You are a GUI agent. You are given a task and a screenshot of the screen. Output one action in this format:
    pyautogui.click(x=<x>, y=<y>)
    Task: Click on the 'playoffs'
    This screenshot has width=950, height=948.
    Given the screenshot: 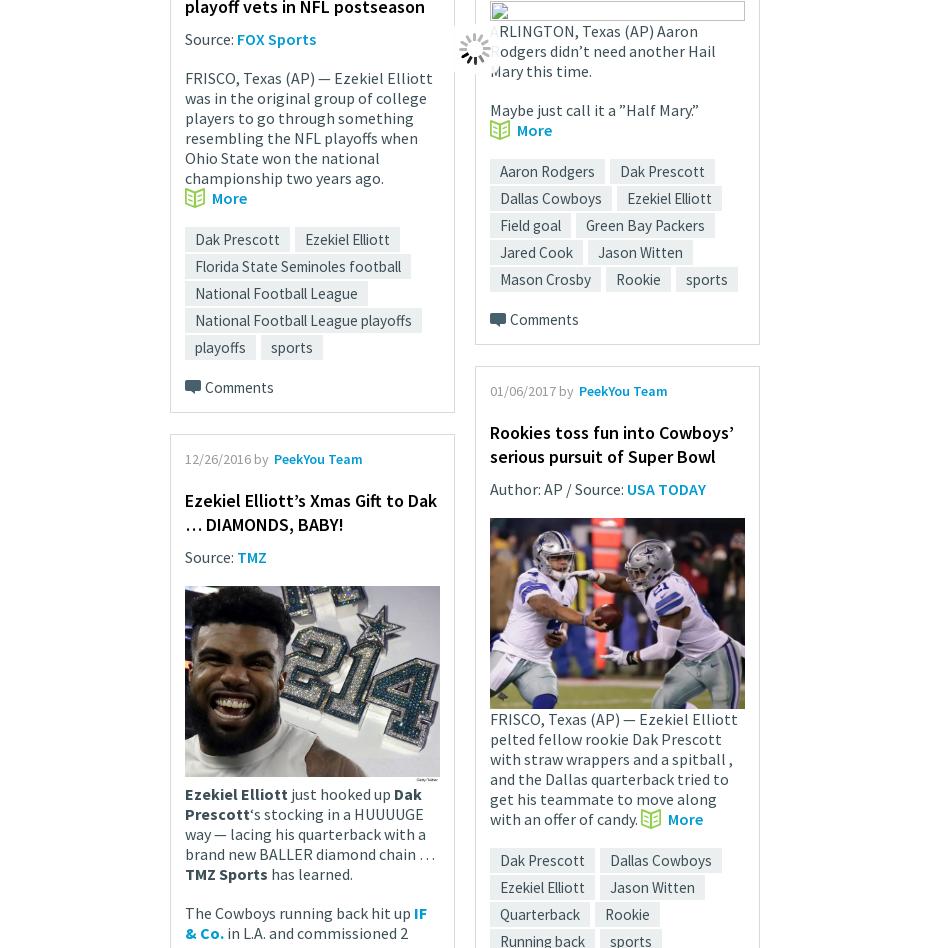 What is the action you would take?
    pyautogui.click(x=220, y=346)
    